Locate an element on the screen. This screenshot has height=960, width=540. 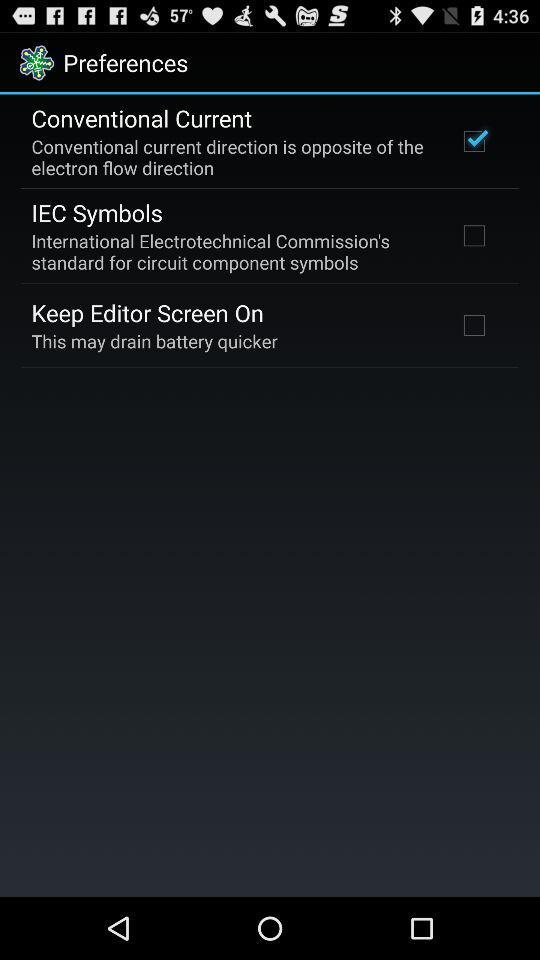
the icon above the keep editor screen app is located at coordinates (230, 250).